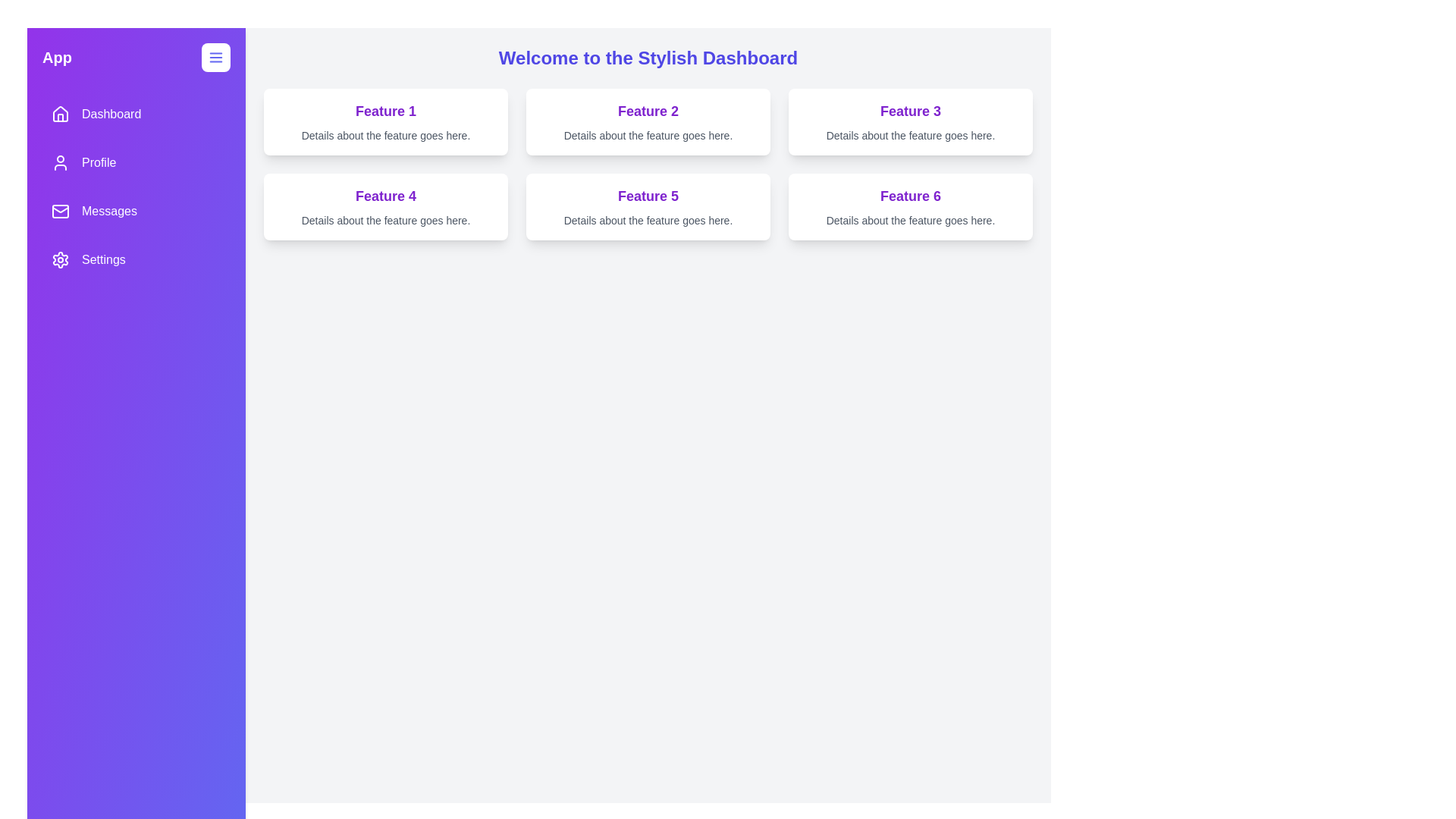 Image resolution: width=1456 pixels, height=819 pixels. I want to click on any item in the Navigation Panel located on the left side of the application, which includes options like Dashboard, Profile, Messages, and Settings, so click(136, 186).